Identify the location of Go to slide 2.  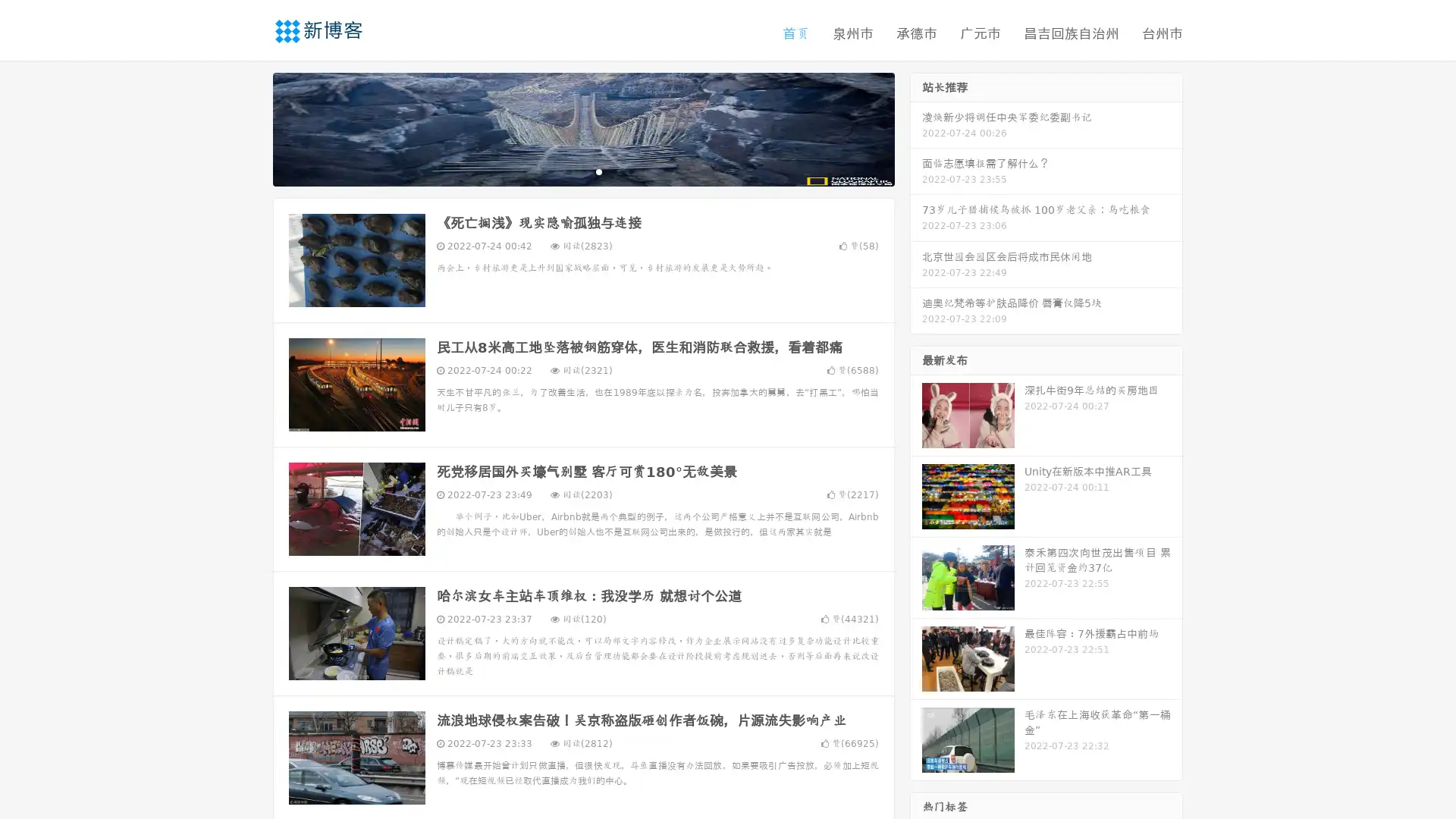
(582, 171).